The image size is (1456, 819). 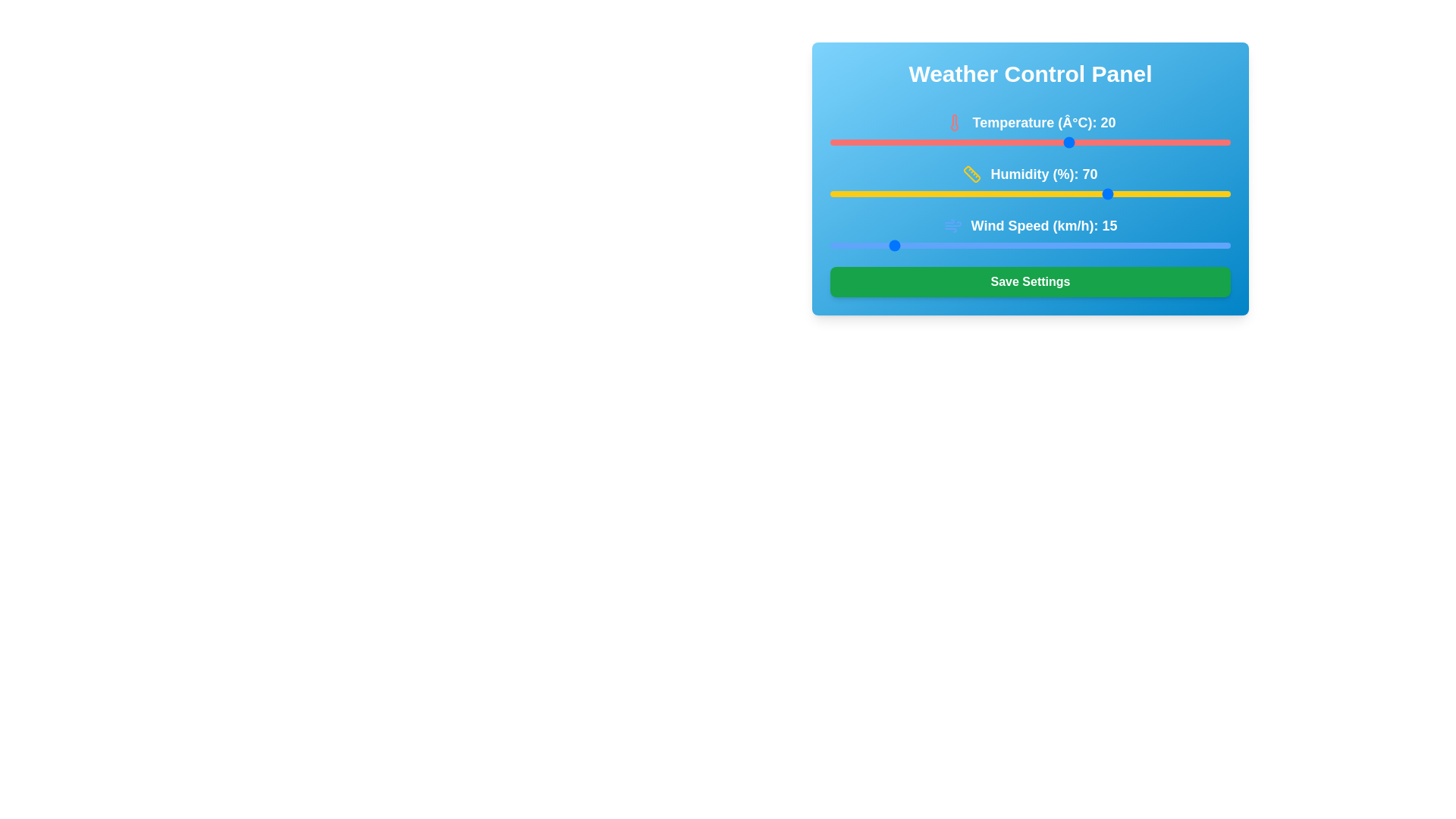 What do you see at coordinates (1043, 225) in the screenshot?
I see `wind speed value displayed on the text label 'Wind Speed (km/h): 15' which is prominently positioned on a blue background with white bold font` at bounding box center [1043, 225].